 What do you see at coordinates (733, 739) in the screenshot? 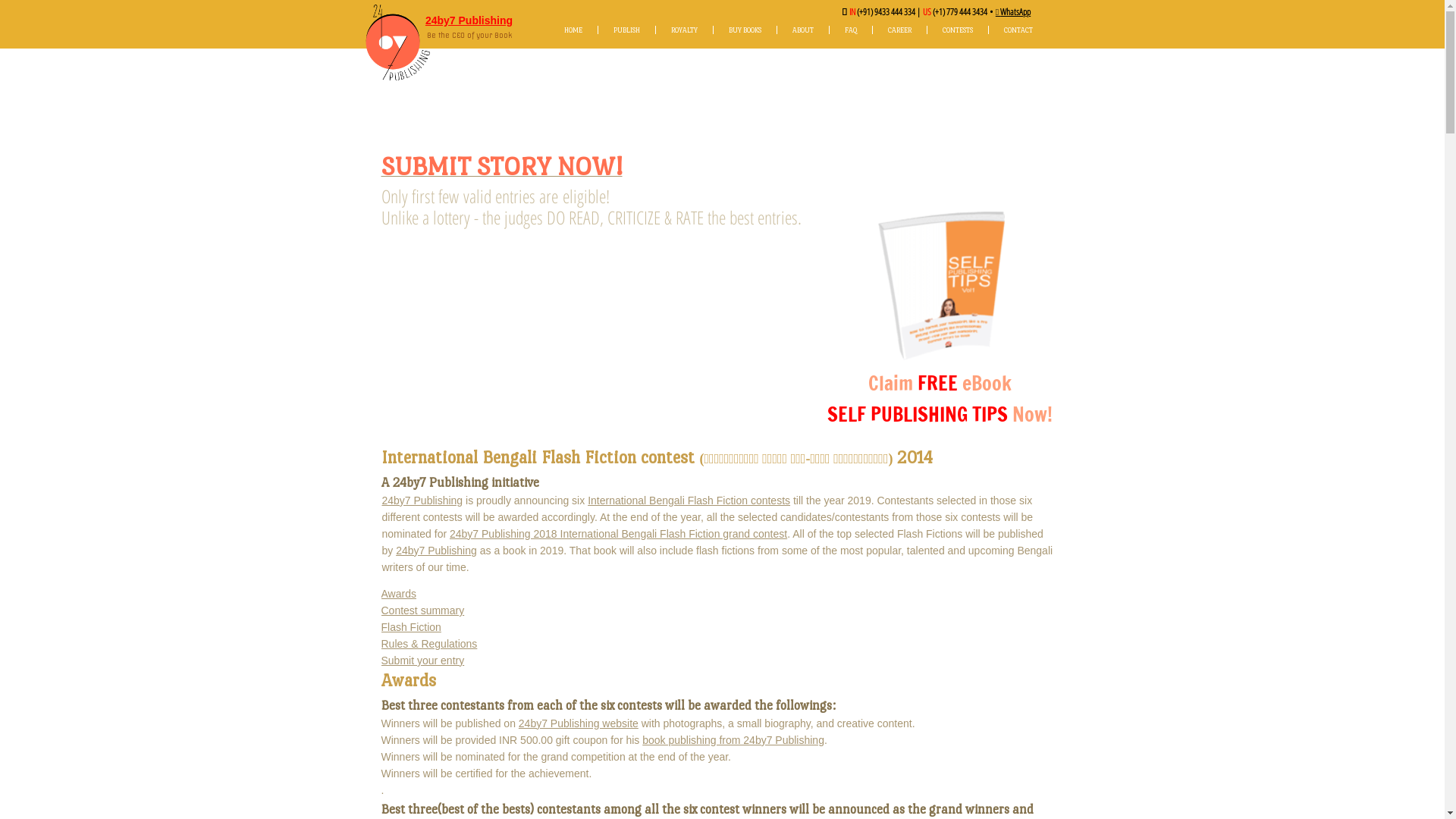
I see `'book publishing from 24by7 Publishing'` at bounding box center [733, 739].